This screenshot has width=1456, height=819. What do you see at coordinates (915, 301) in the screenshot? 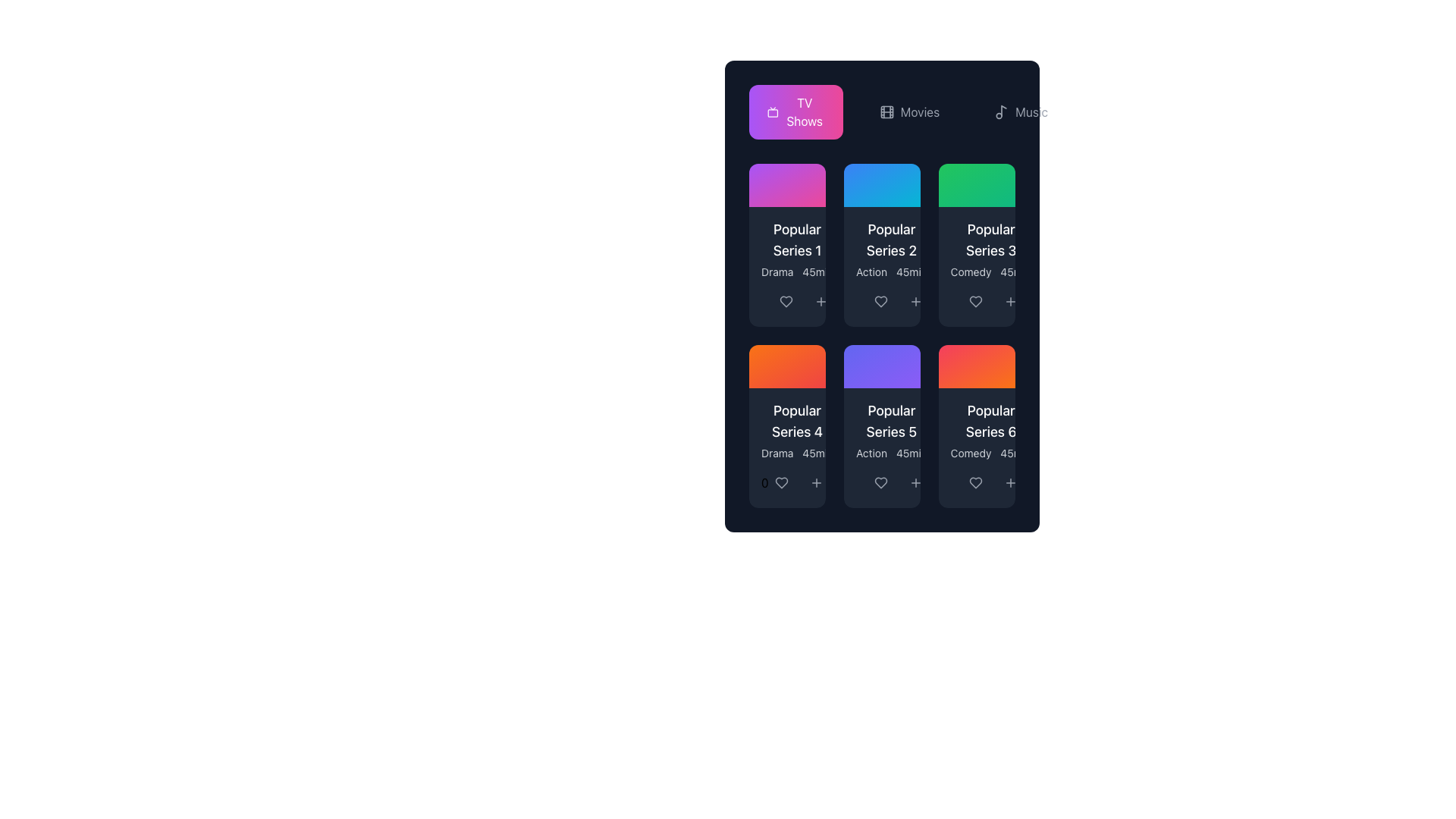
I see `the action trigger button located at the bottom-right corner of the 'Popular Series 2' card near the 'heart' icon` at bounding box center [915, 301].